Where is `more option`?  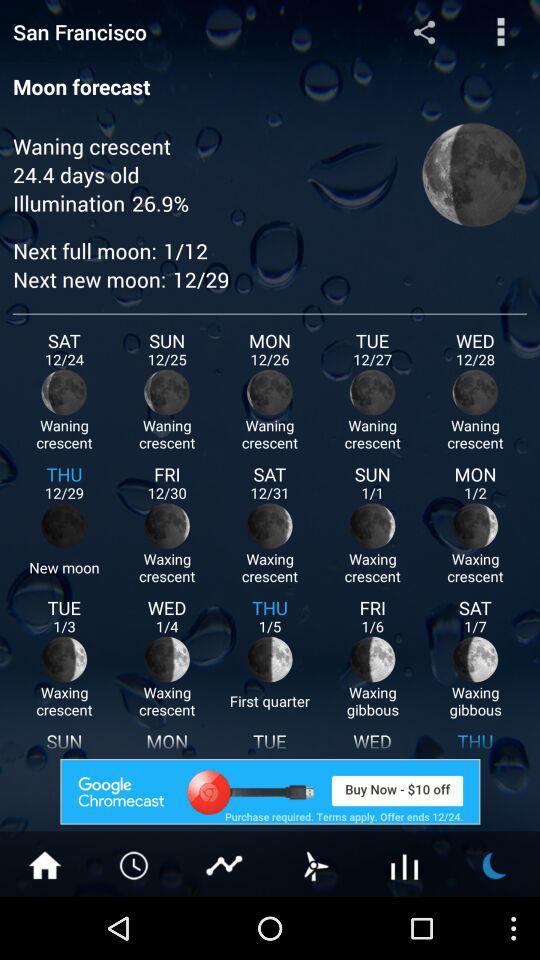 more option is located at coordinates (500, 30).